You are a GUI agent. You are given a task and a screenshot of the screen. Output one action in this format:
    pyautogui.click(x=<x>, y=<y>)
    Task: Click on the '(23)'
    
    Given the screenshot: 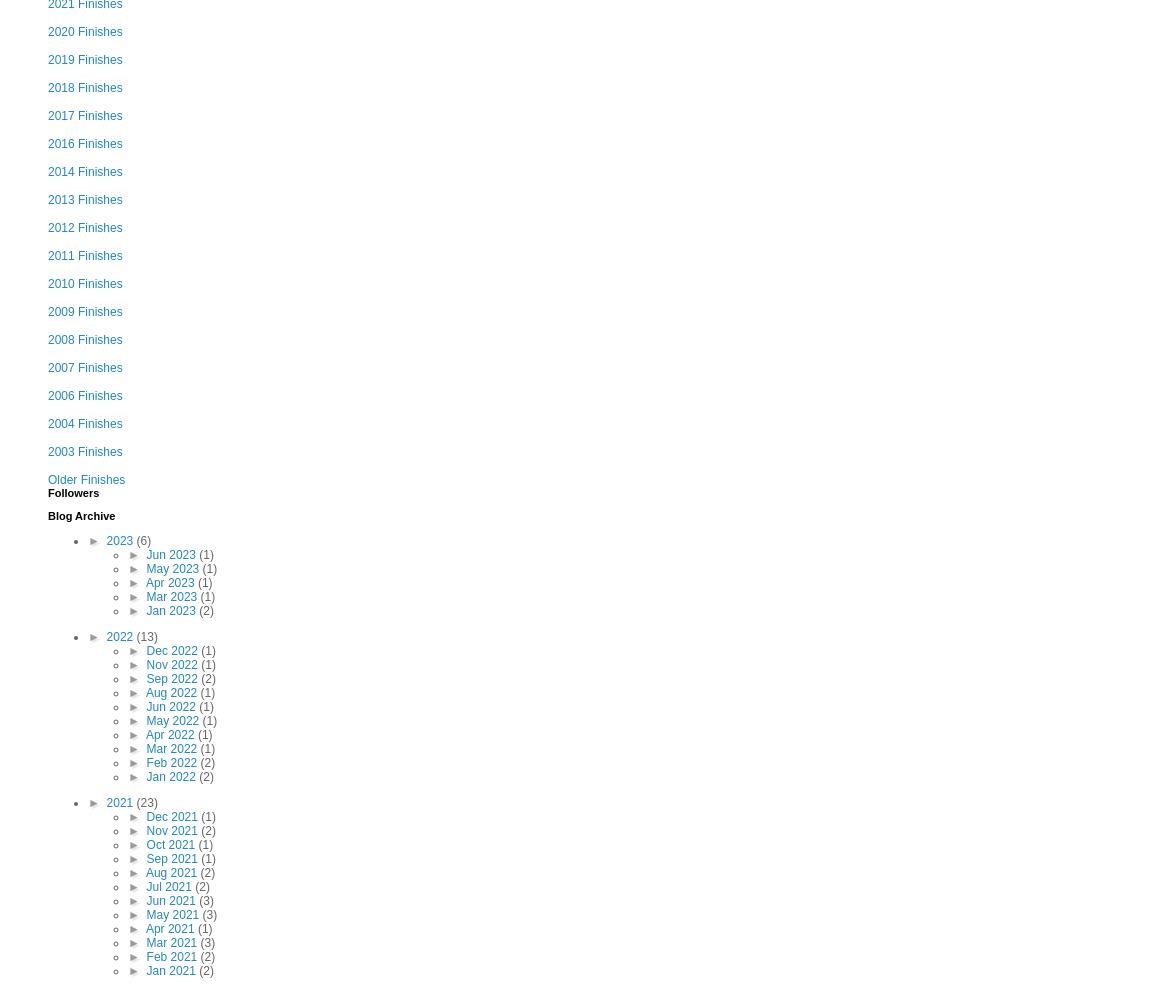 What is the action you would take?
    pyautogui.click(x=145, y=802)
    